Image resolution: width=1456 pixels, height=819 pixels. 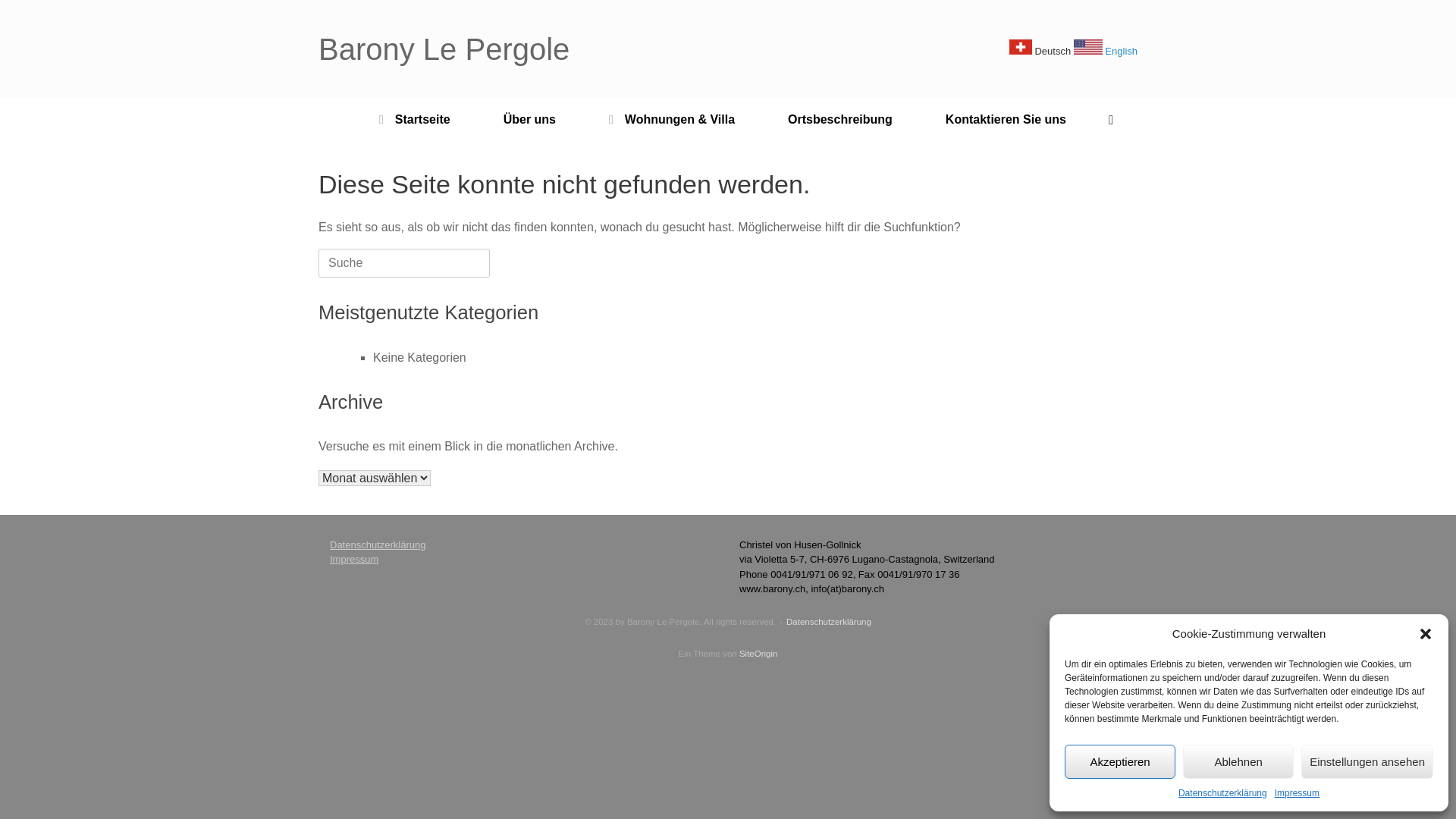 I want to click on 'Kontaktieren Sie uns', so click(x=1006, y=119).